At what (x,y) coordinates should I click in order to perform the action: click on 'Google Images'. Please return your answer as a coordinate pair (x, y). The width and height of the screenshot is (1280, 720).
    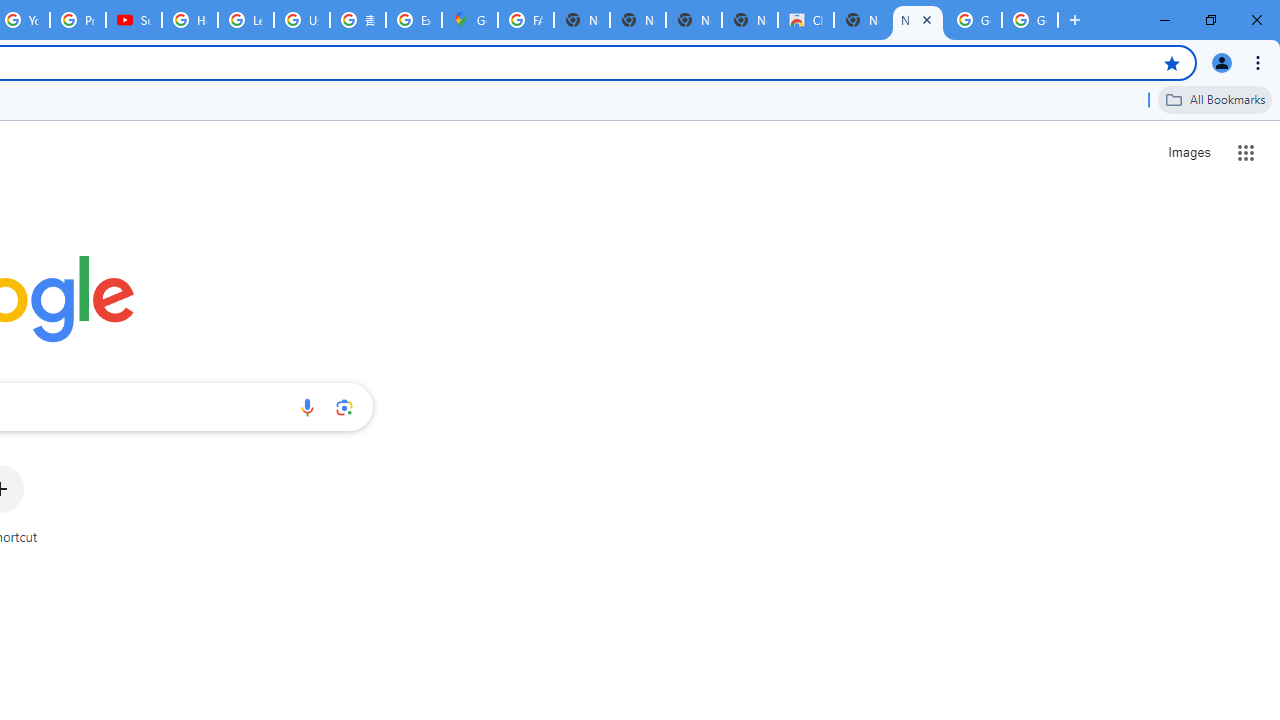
    Looking at the image, I should click on (974, 20).